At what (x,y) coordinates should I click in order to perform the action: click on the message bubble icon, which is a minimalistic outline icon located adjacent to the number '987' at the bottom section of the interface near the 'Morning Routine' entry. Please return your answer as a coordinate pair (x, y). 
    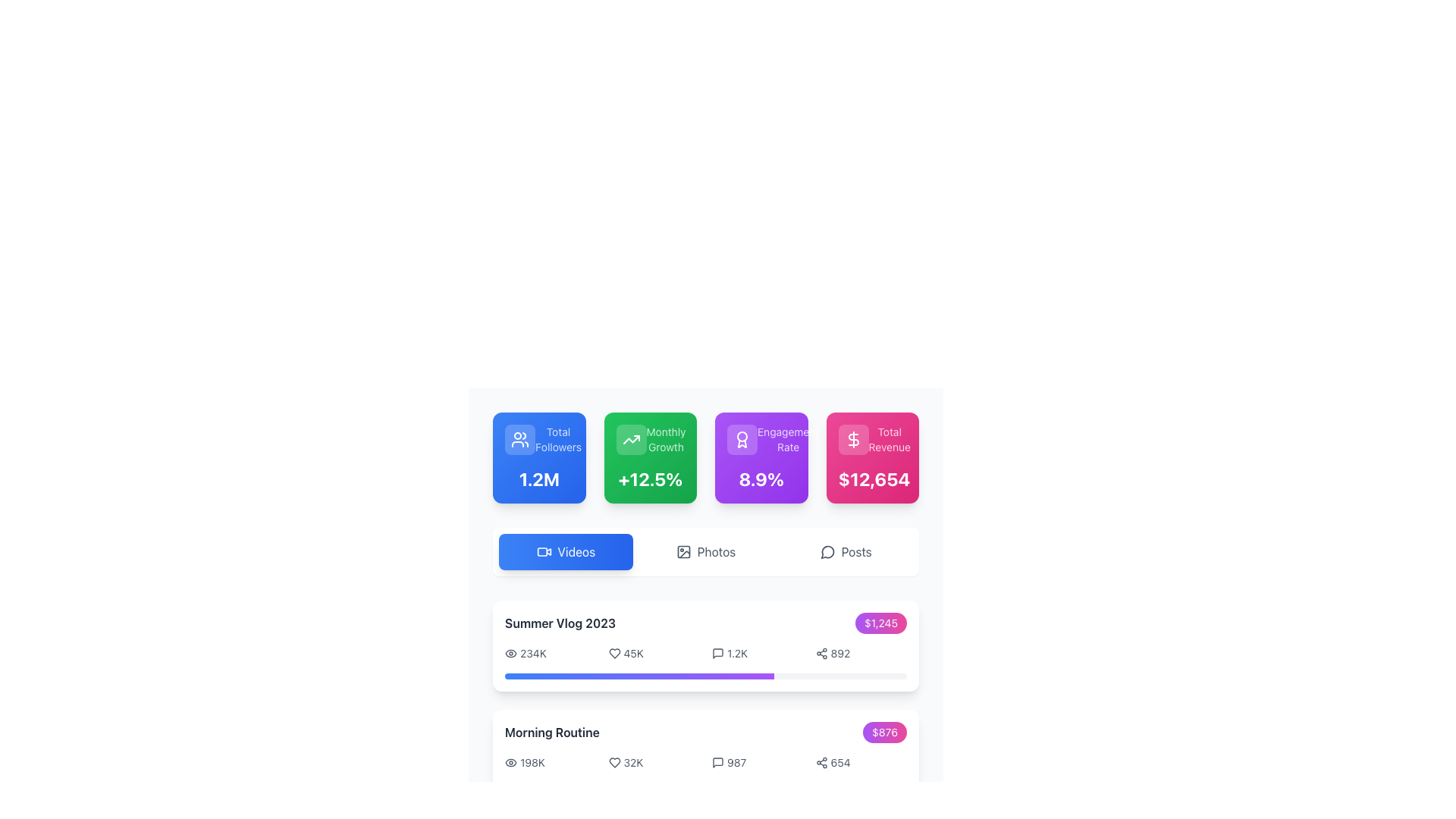
    Looking at the image, I should click on (717, 763).